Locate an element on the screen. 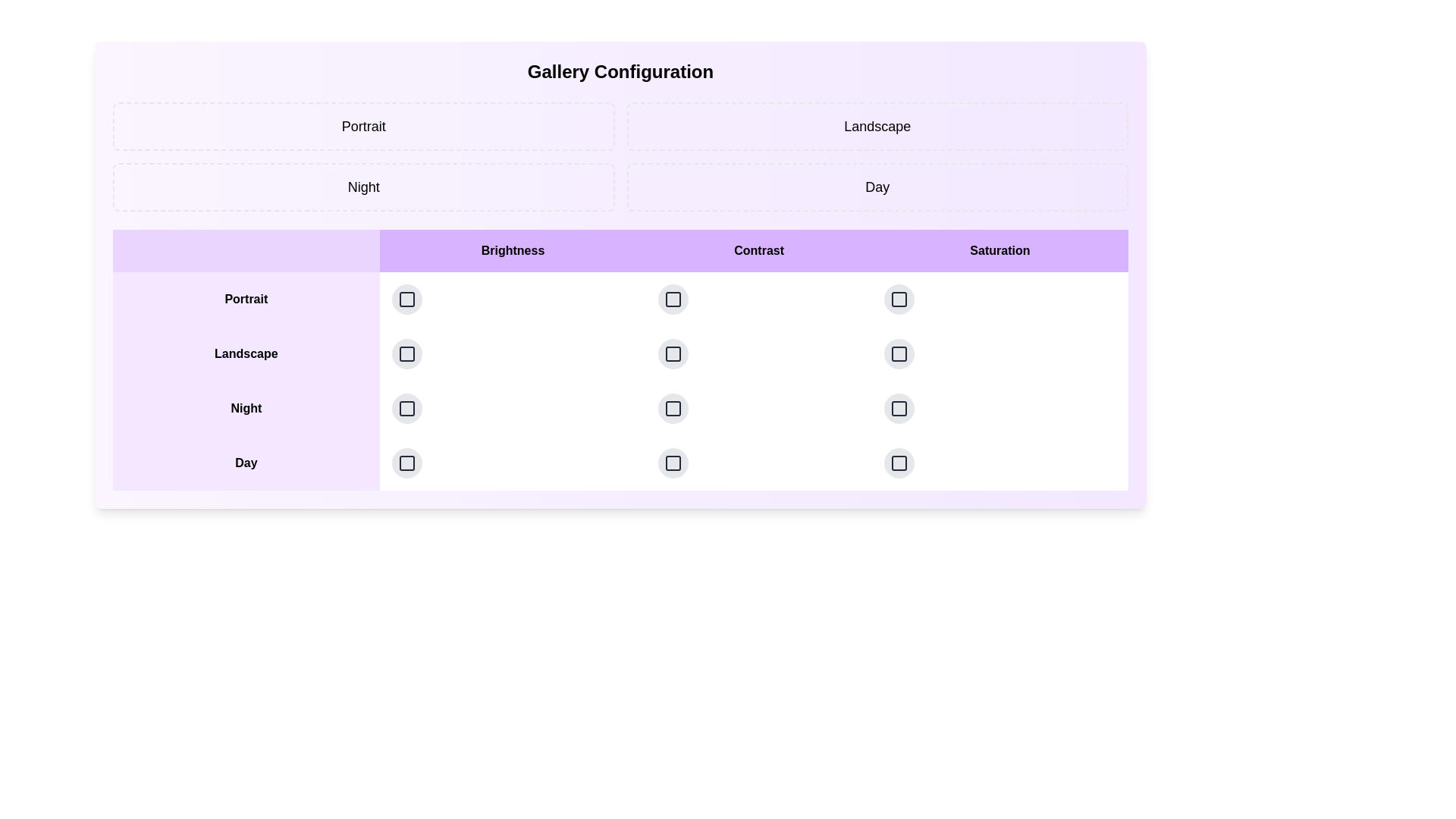 This screenshot has height=819, width=1456. the selectable grid item titled 'Landscape', which is the second option in a grid layout of four (Portrait, Landscape, Night, Day), located at the top right in its group is located at coordinates (877, 125).